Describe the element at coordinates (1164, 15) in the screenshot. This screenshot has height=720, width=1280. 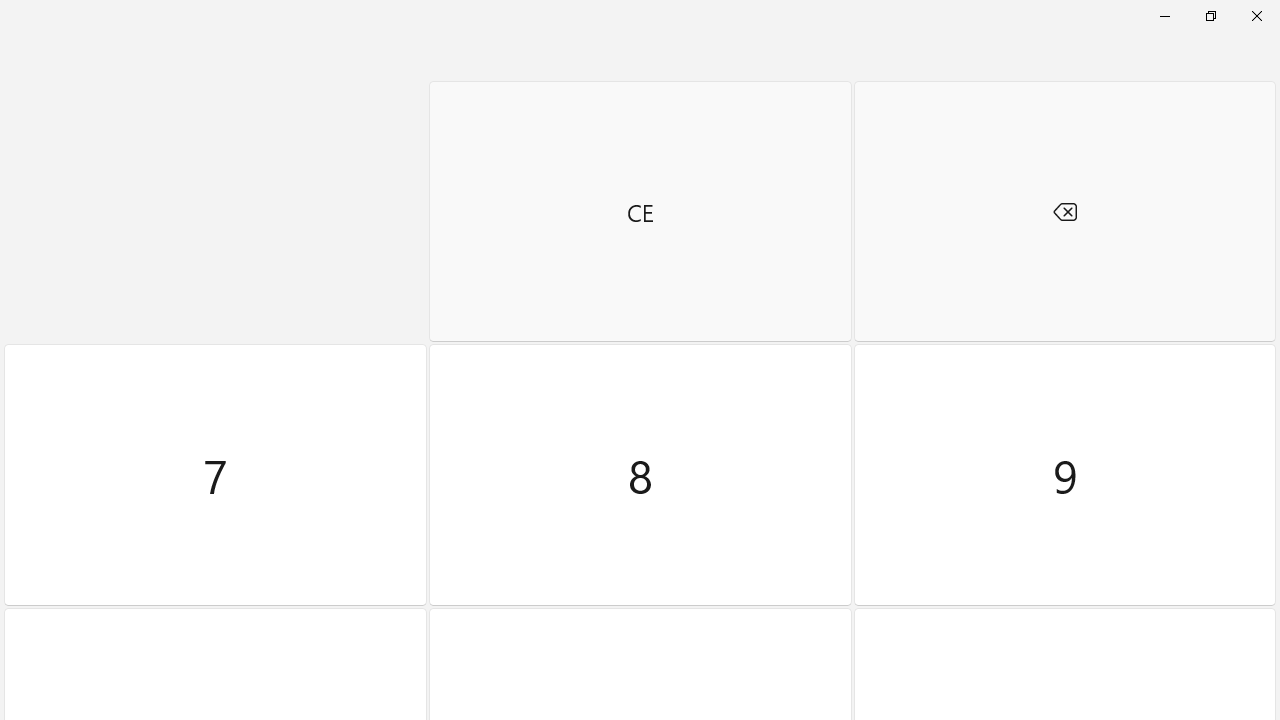
I see `'Minimize Calculator'` at that location.